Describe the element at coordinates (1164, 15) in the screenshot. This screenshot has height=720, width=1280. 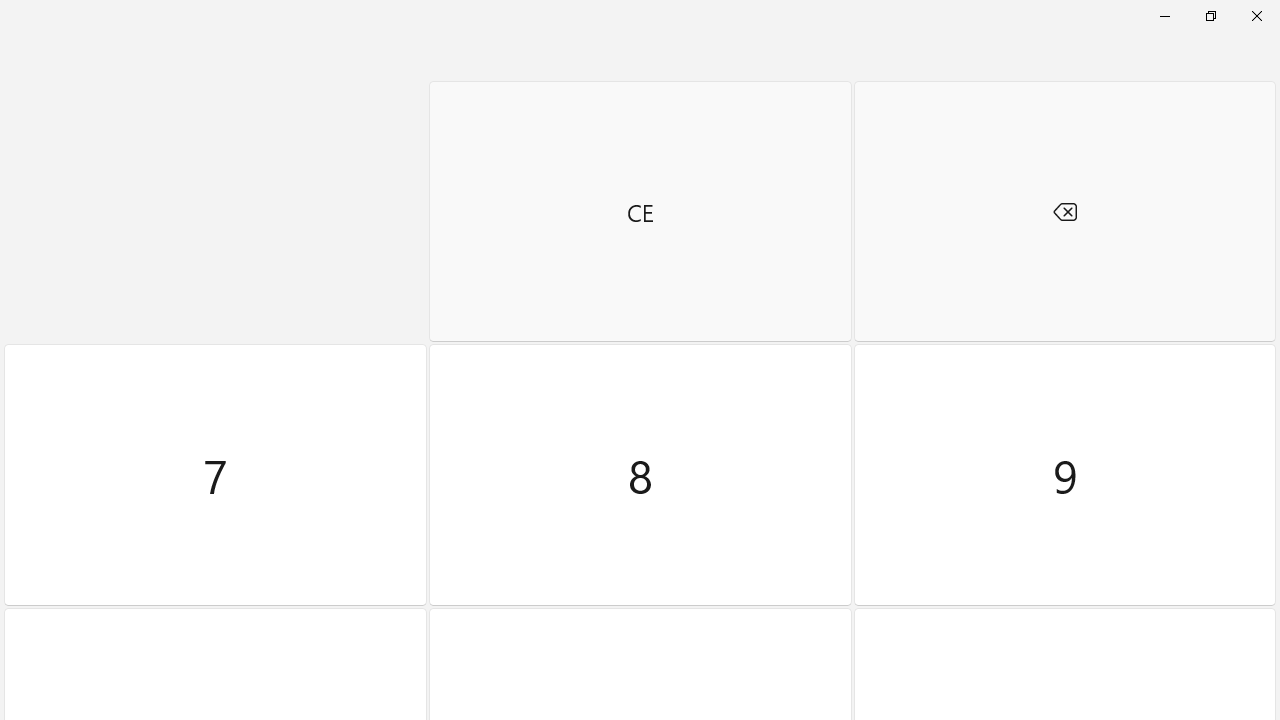
I see `'Minimize Calculator'` at that location.